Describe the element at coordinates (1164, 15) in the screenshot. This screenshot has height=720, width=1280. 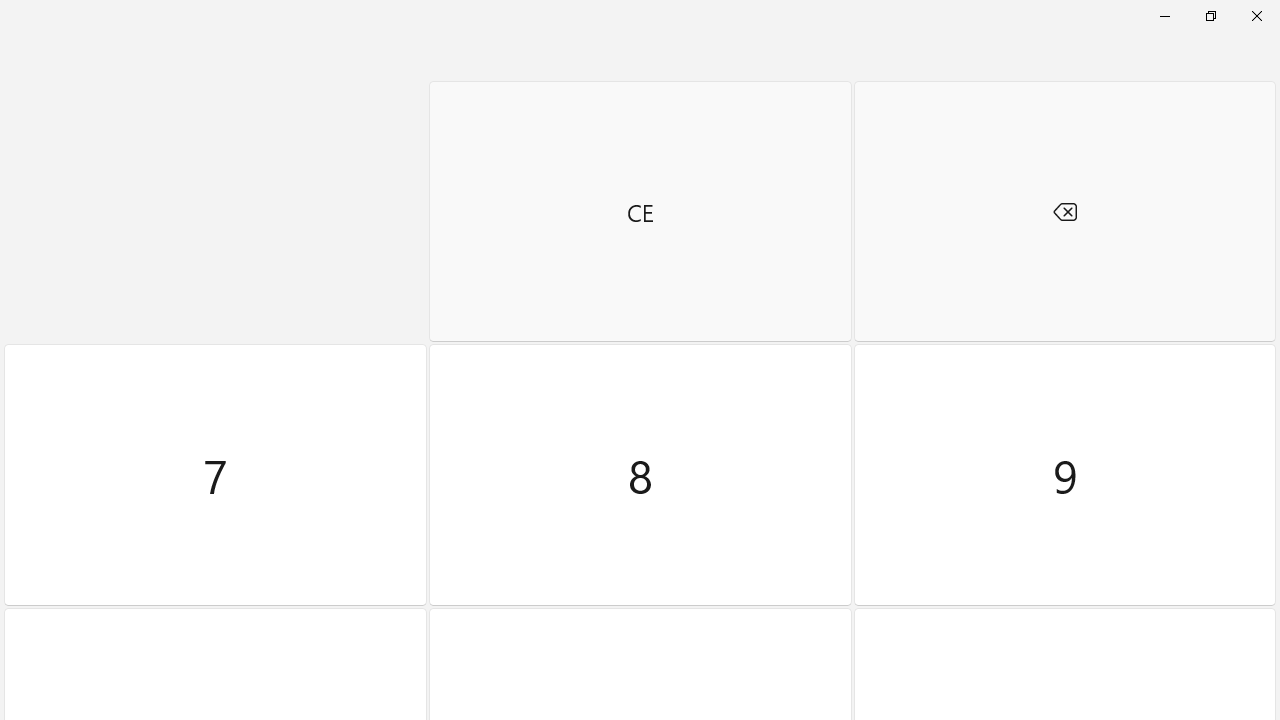
I see `'Minimize Calculator'` at that location.